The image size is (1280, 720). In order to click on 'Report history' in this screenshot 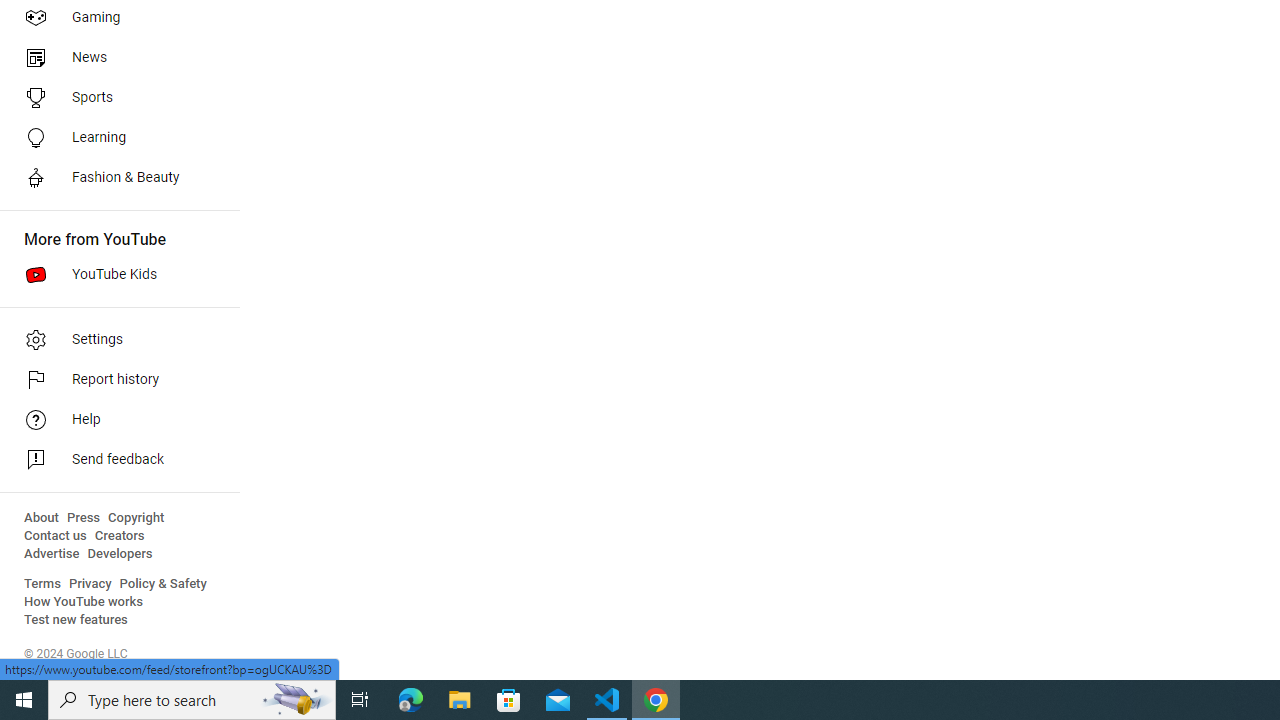, I will do `click(112, 380)`.